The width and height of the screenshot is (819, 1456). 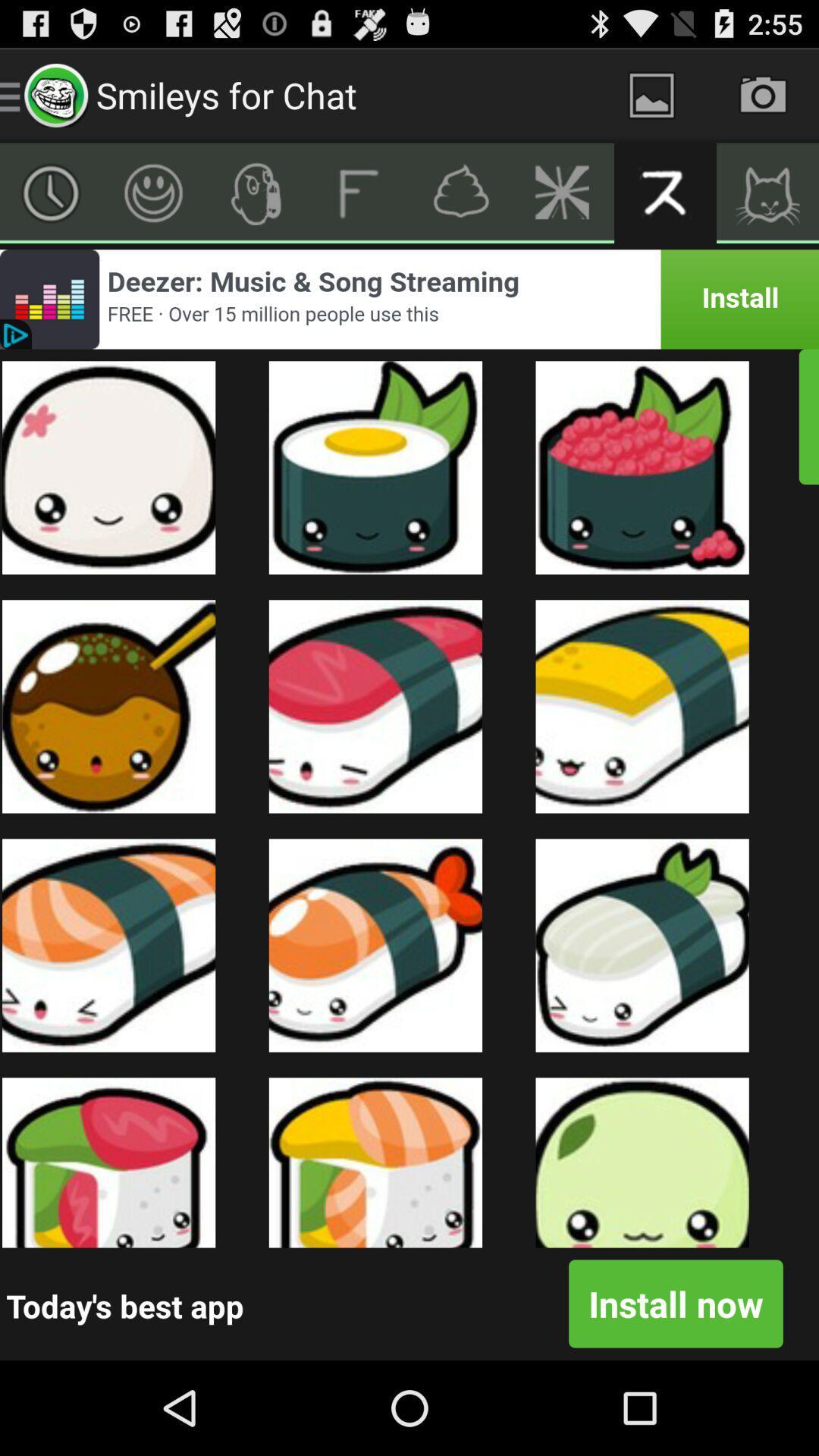 I want to click on icon button, so click(x=255, y=192).